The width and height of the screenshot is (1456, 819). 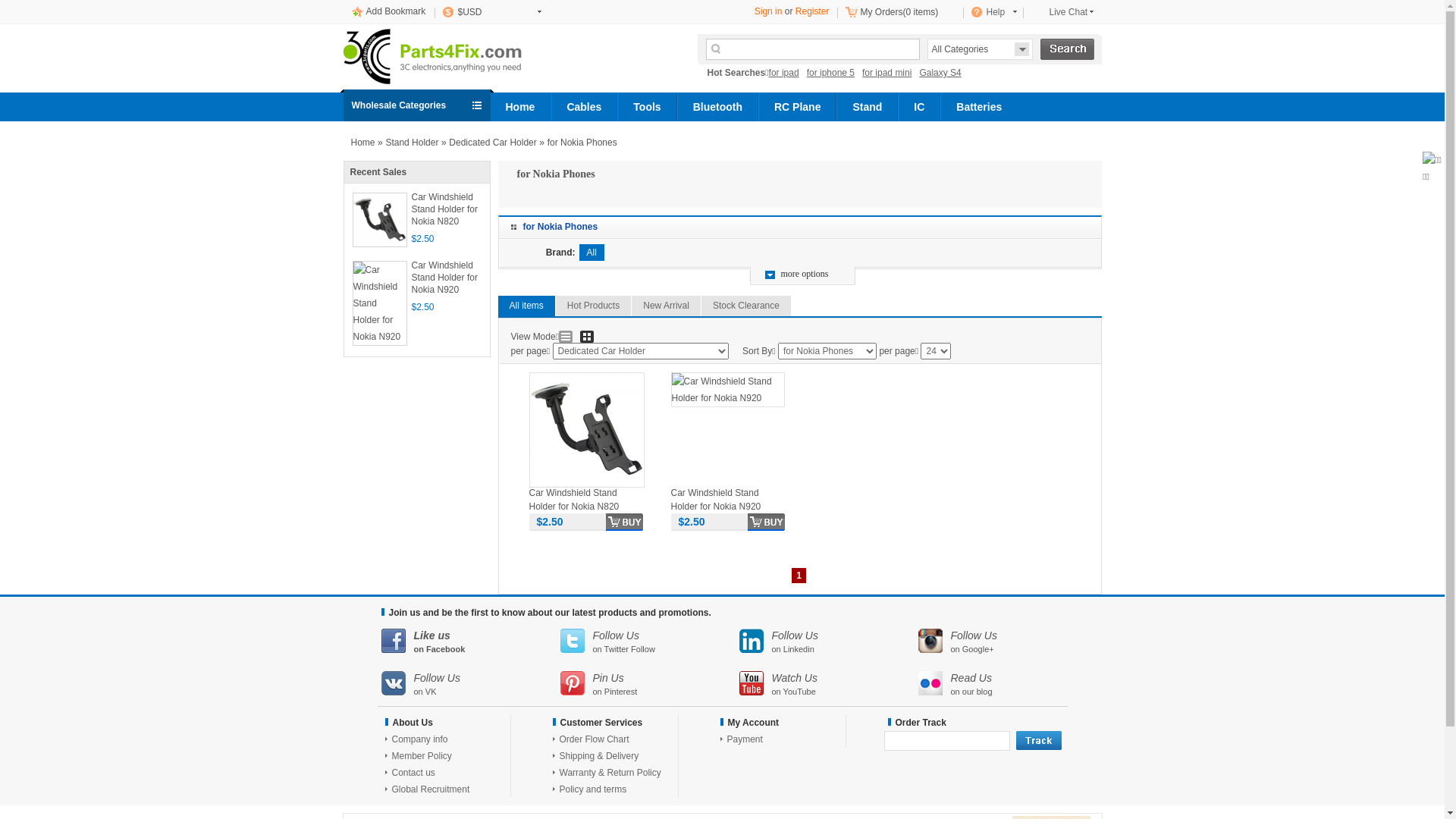 What do you see at coordinates (899, 11) in the screenshot?
I see `'My Orders(0 items)'` at bounding box center [899, 11].